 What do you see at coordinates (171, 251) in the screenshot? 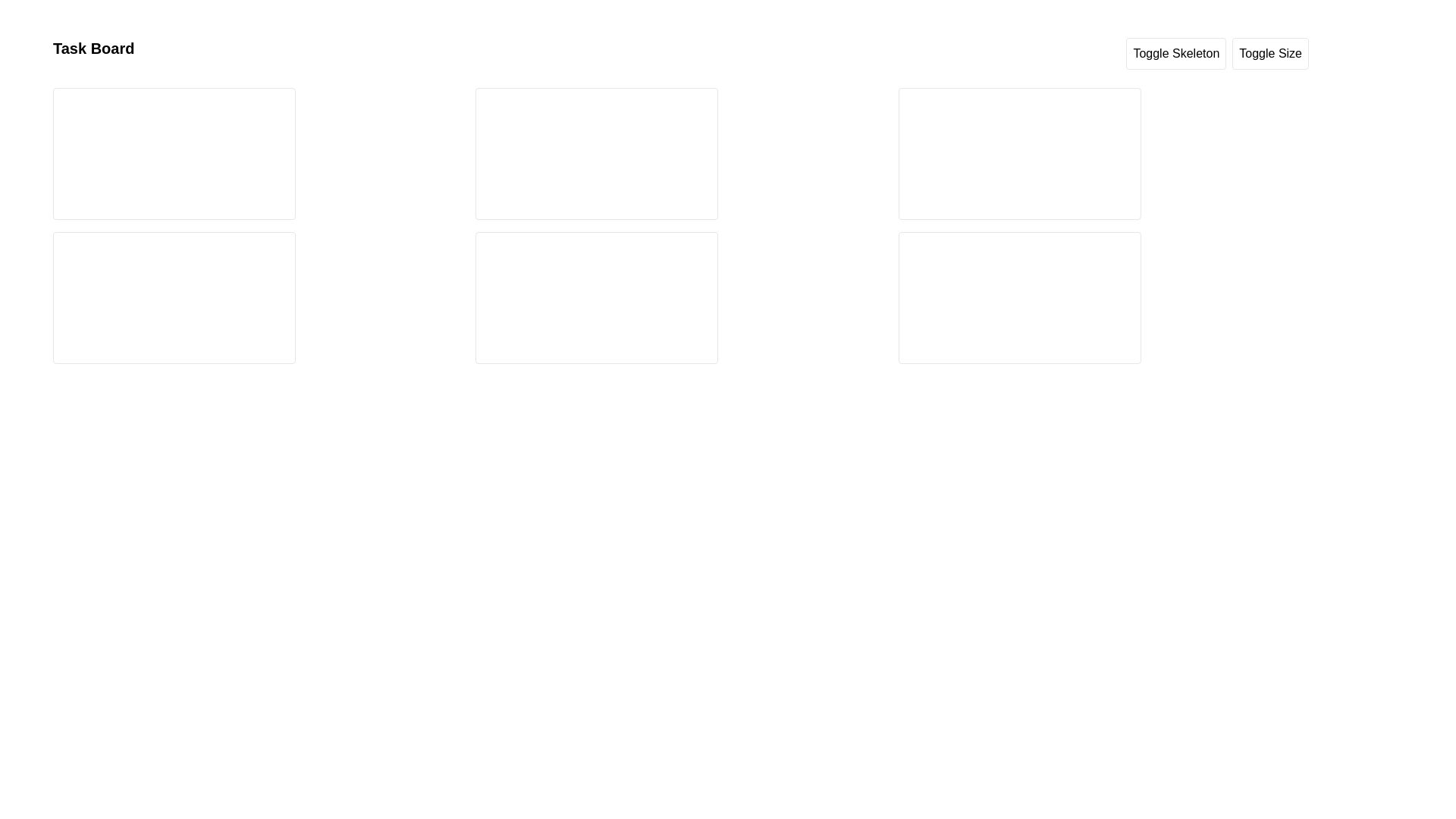
I see `the upper skeleton loader element, which serves as a visual placeholder for dynamically loaded content in the second row of the interface grid` at bounding box center [171, 251].